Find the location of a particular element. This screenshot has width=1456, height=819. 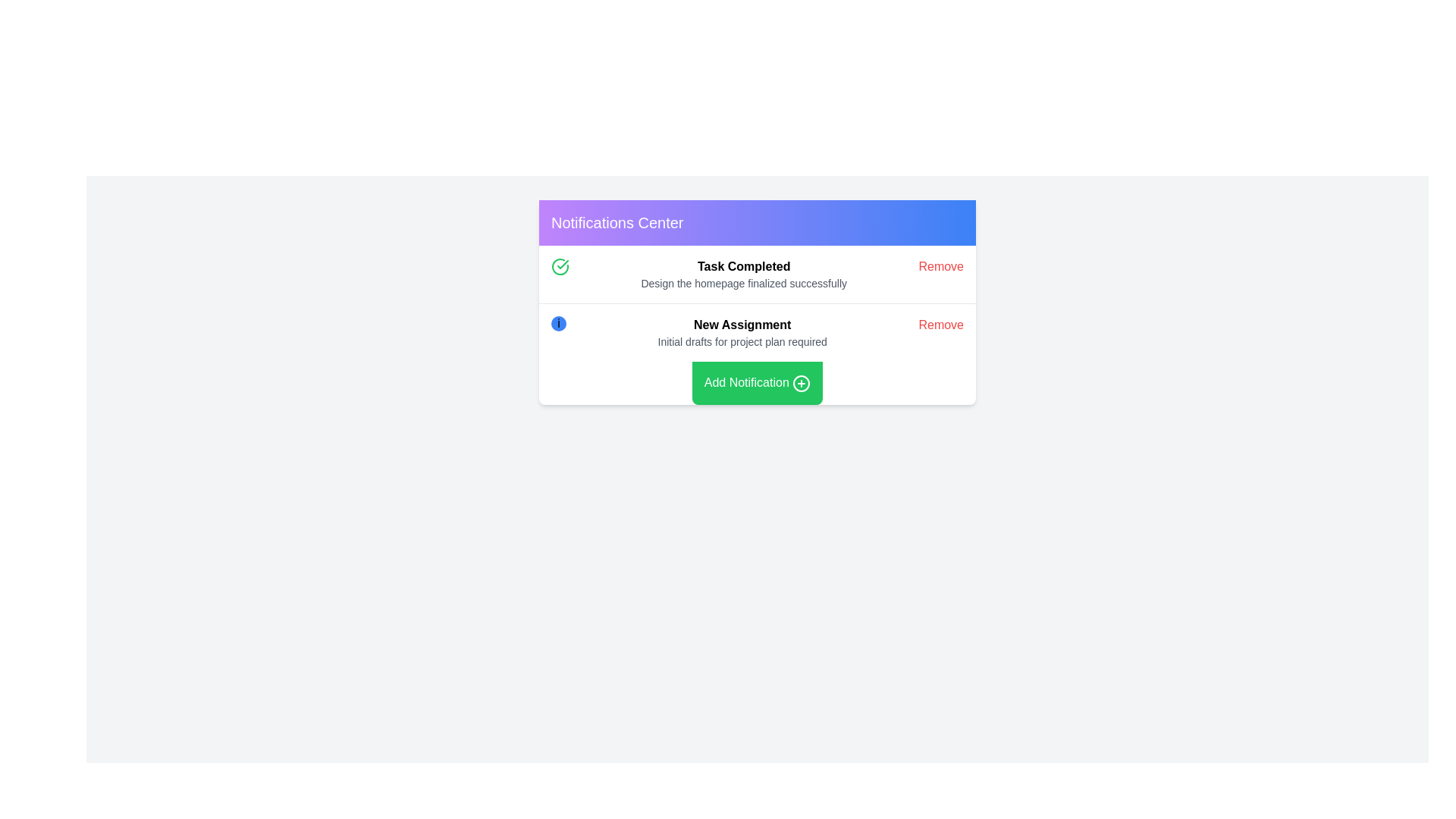

the green circular icon with a white plus sign, located in the lower-right corner of the 'Add Notification' button is located at coordinates (801, 382).